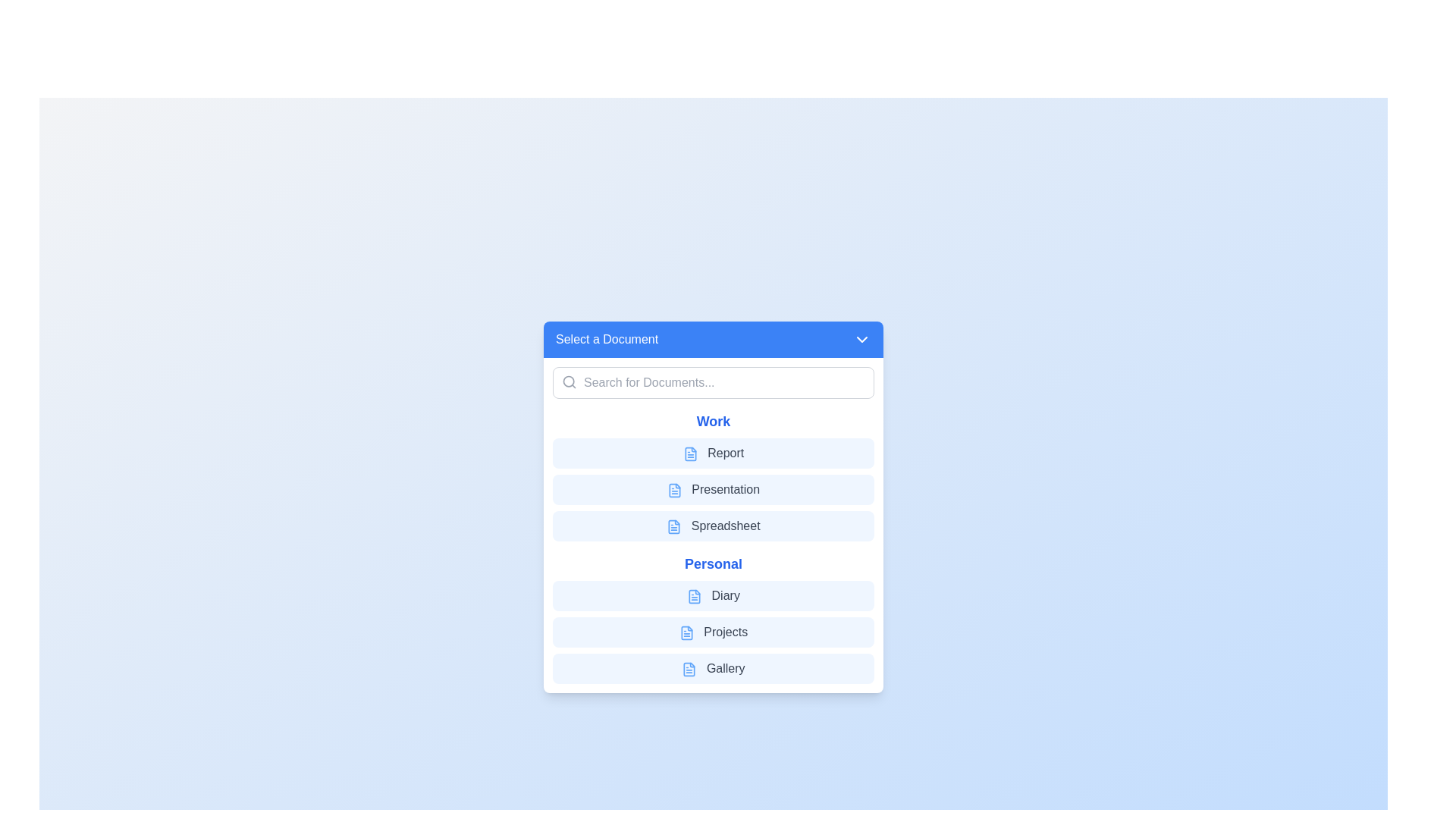  I want to click on the 'Diary' button located in the 'Personal' section of the document selection panel, which is the first option below 'Report', 'Presentation', and 'Spreadsheet', so click(712, 595).